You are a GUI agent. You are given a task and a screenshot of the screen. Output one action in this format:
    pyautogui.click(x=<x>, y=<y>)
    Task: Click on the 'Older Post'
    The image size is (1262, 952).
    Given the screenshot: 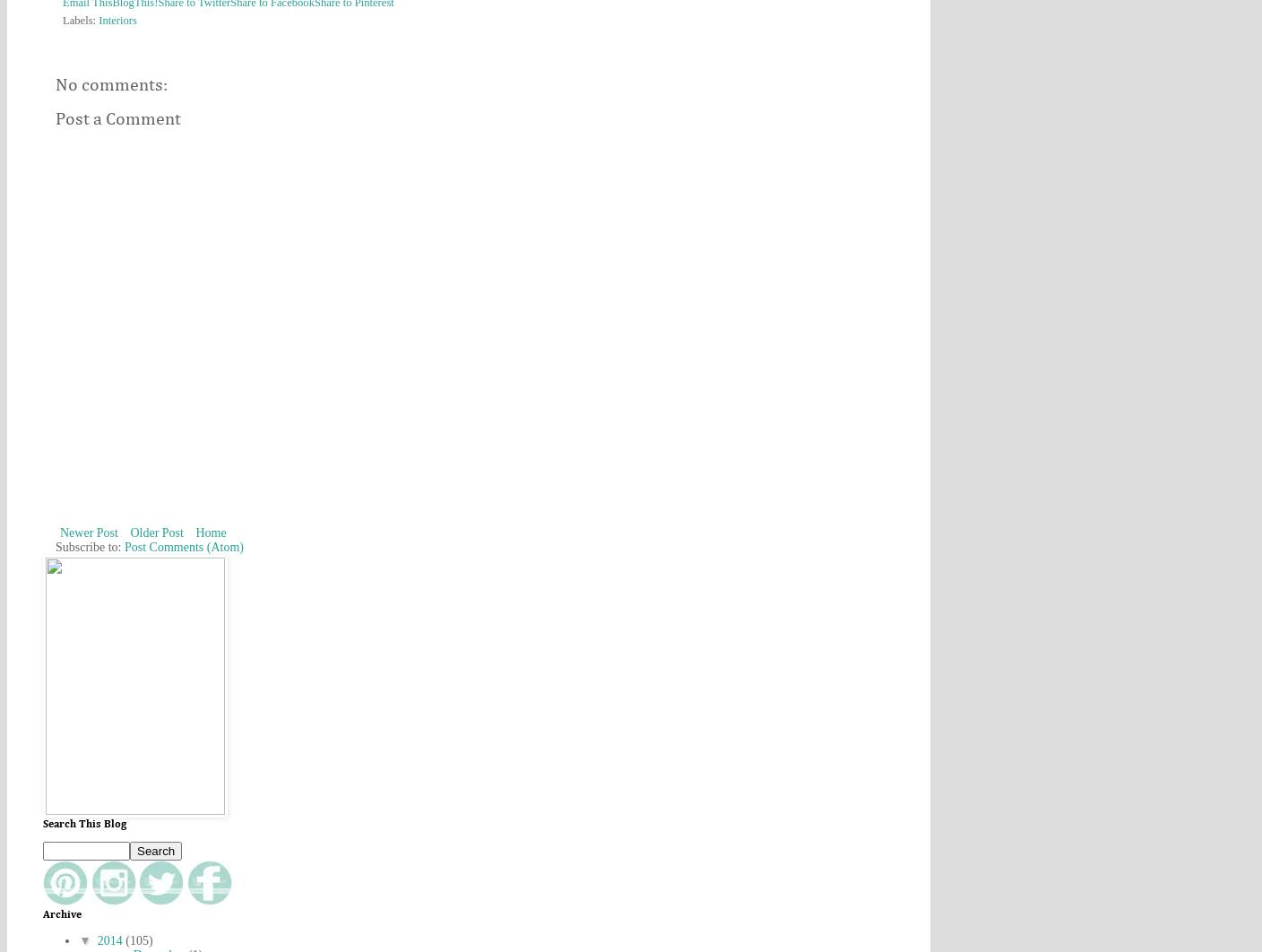 What is the action you would take?
    pyautogui.click(x=156, y=532)
    